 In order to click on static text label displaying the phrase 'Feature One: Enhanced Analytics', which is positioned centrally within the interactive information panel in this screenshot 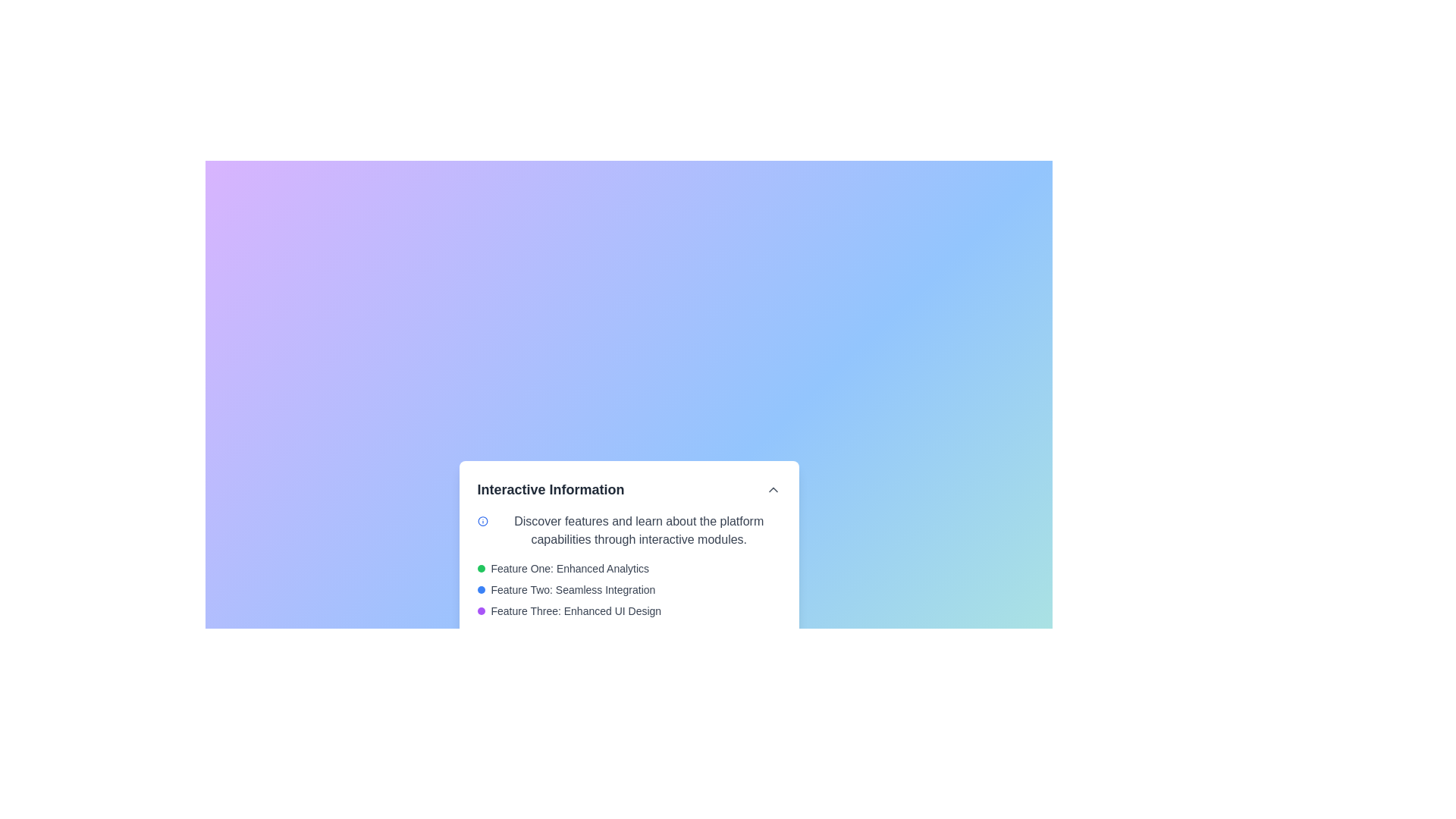, I will do `click(569, 568)`.